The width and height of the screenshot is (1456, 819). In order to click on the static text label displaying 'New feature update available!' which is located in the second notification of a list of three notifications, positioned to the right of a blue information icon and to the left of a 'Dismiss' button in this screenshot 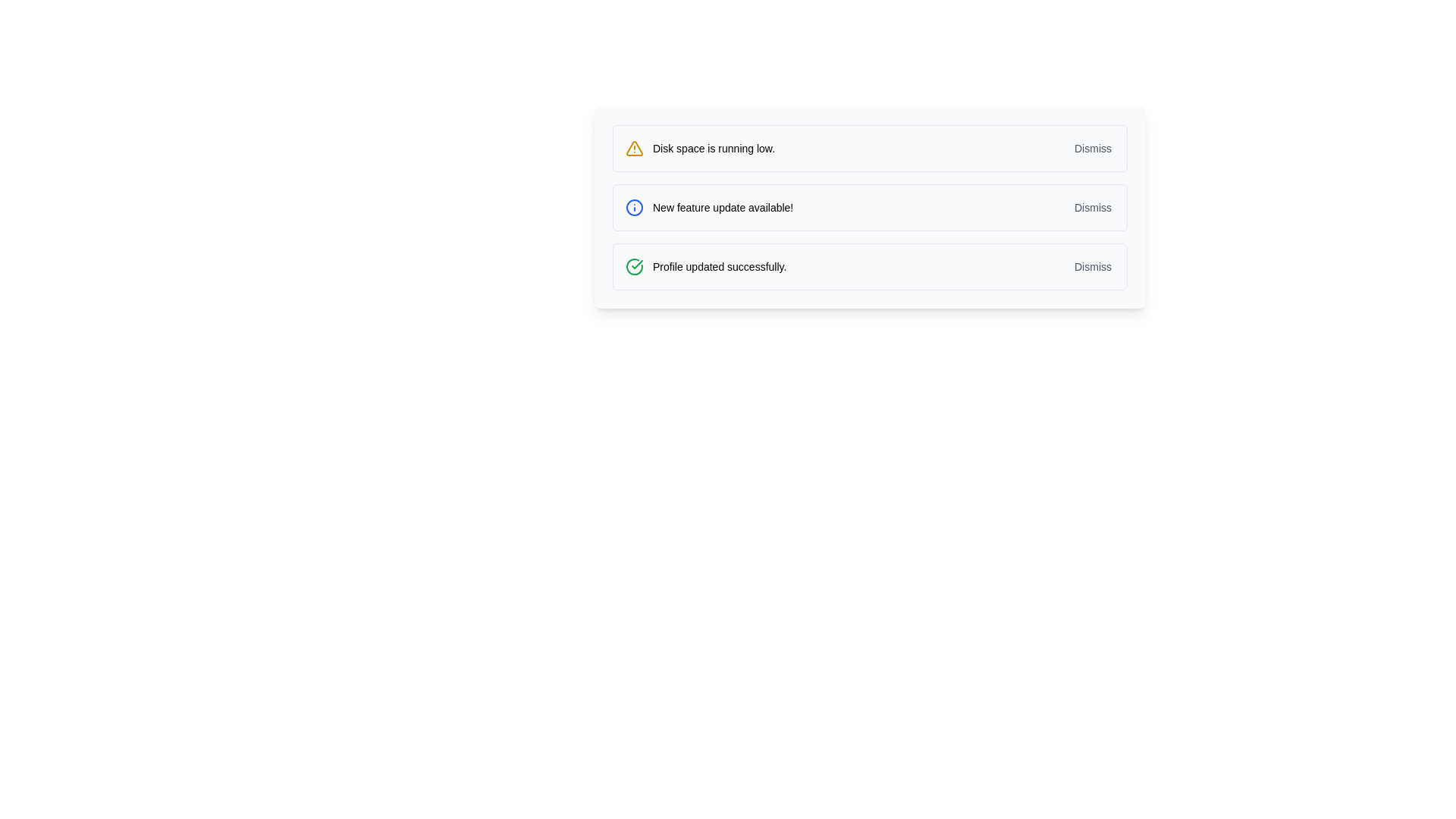, I will do `click(722, 207)`.